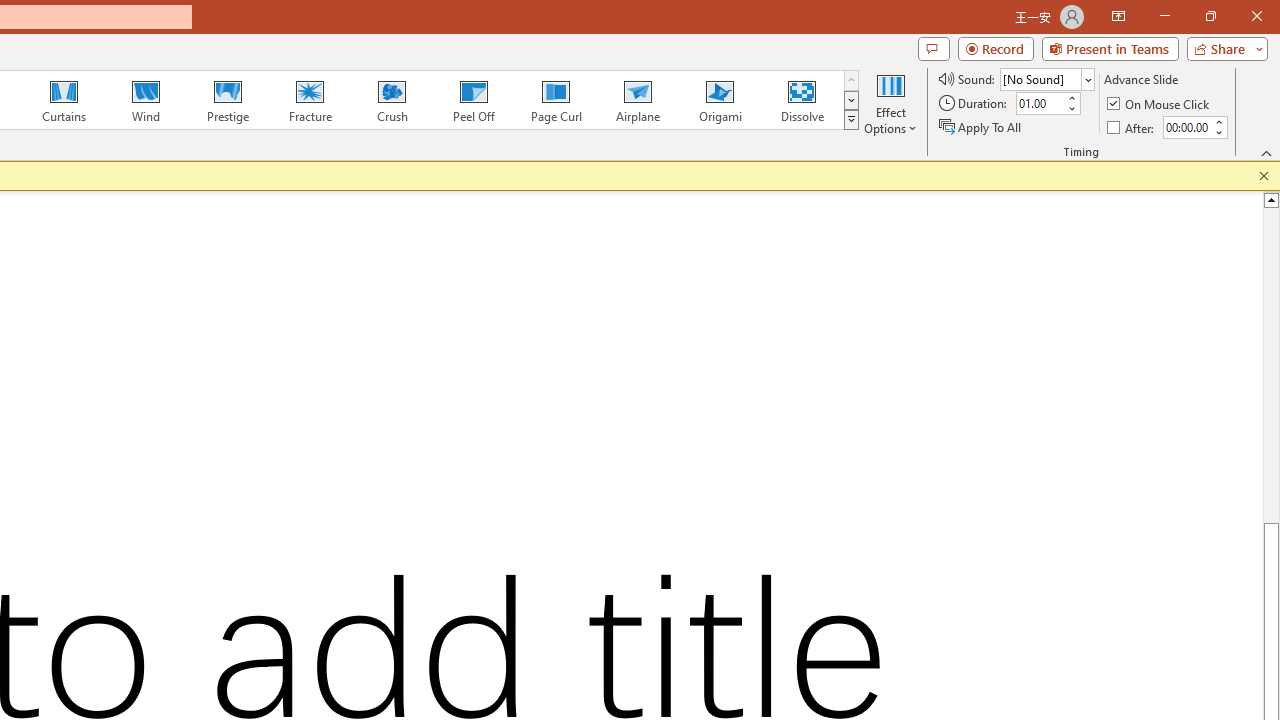 Image resolution: width=1280 pixels, height=720 pixels. What do you see at coordinates (636, 100) in the screenshot?
I see `'Airplane'` at bounding box center [636, 100].